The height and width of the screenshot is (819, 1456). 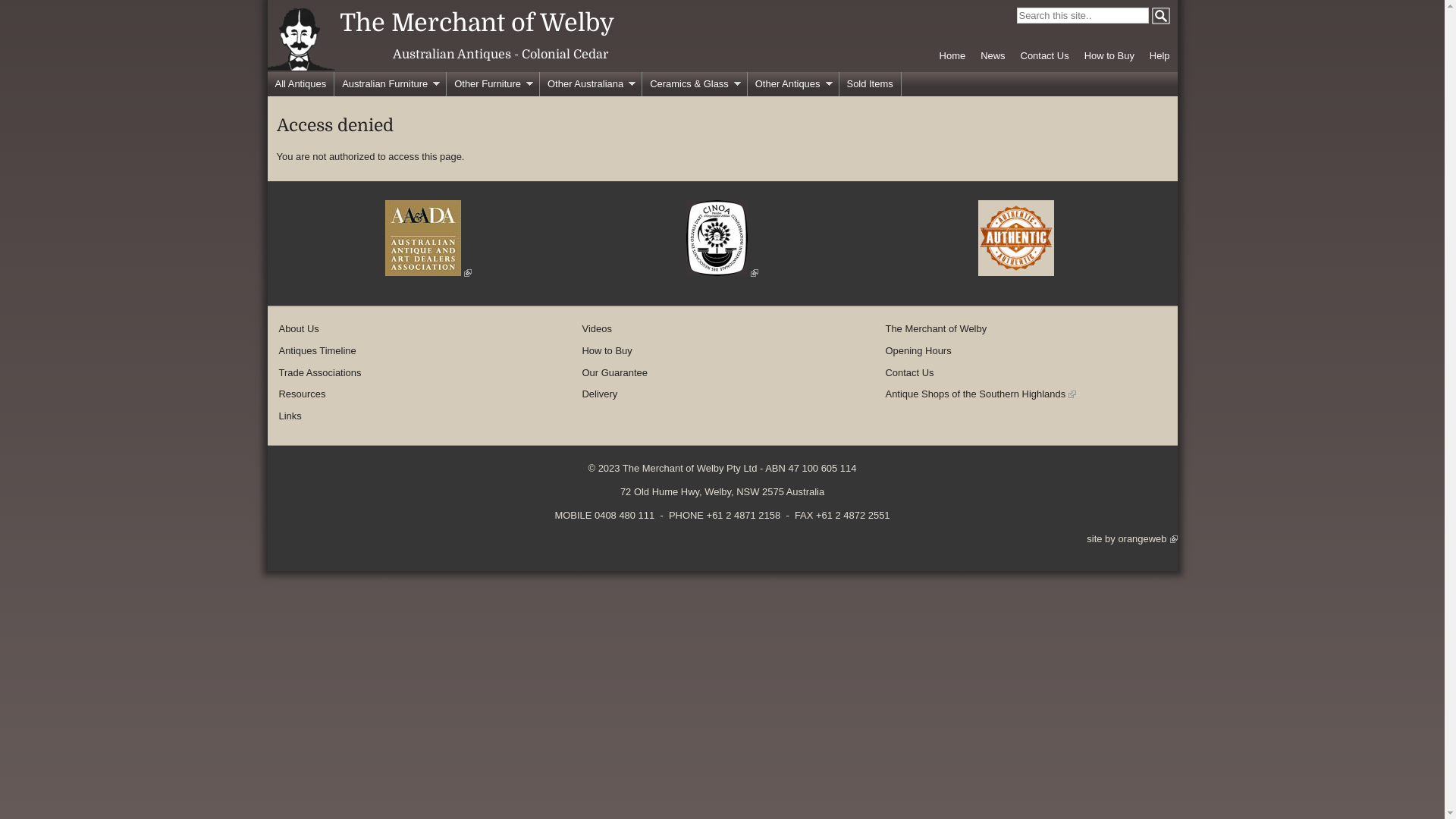 What do you see at coordinates (316, 350) in the screenshot?
I see `'Antiques Timeline'` at bounding box center [316, 350].